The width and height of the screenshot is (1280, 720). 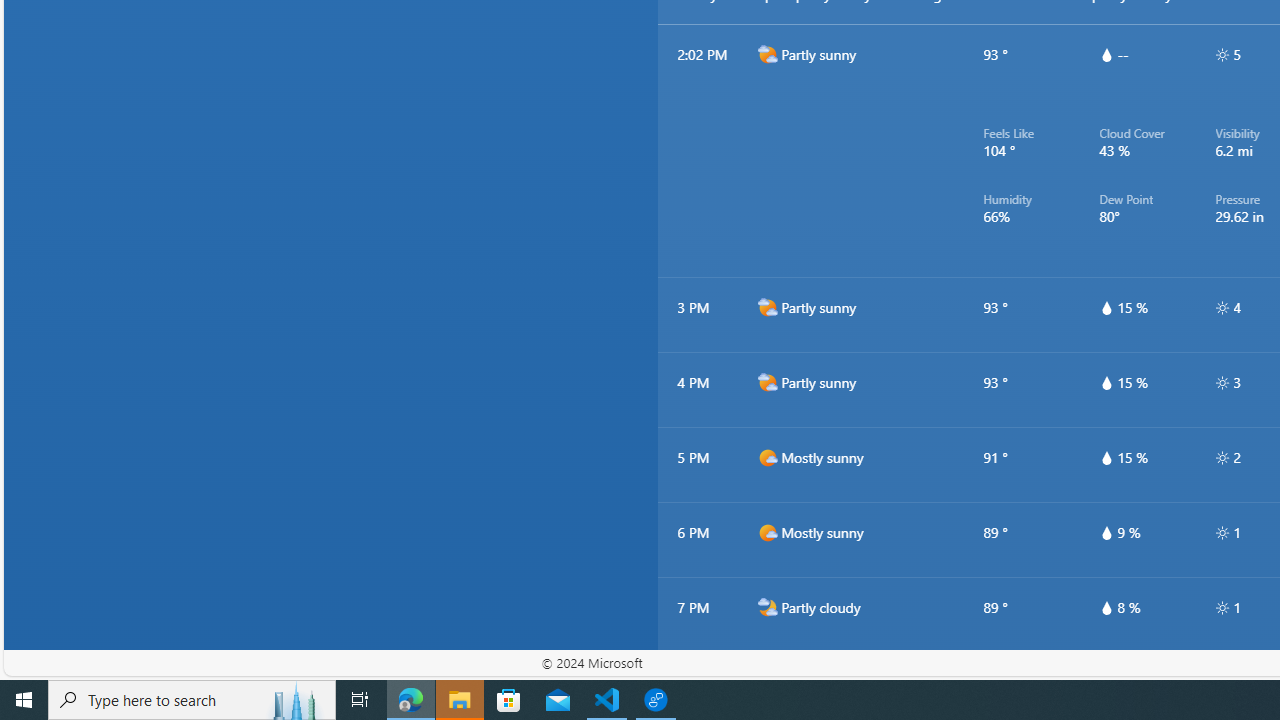 What do you see at coordinates (1105, 607) in the screenshot?
I see `'hourlyTable/drop'` at bounding box center [1105, 607].